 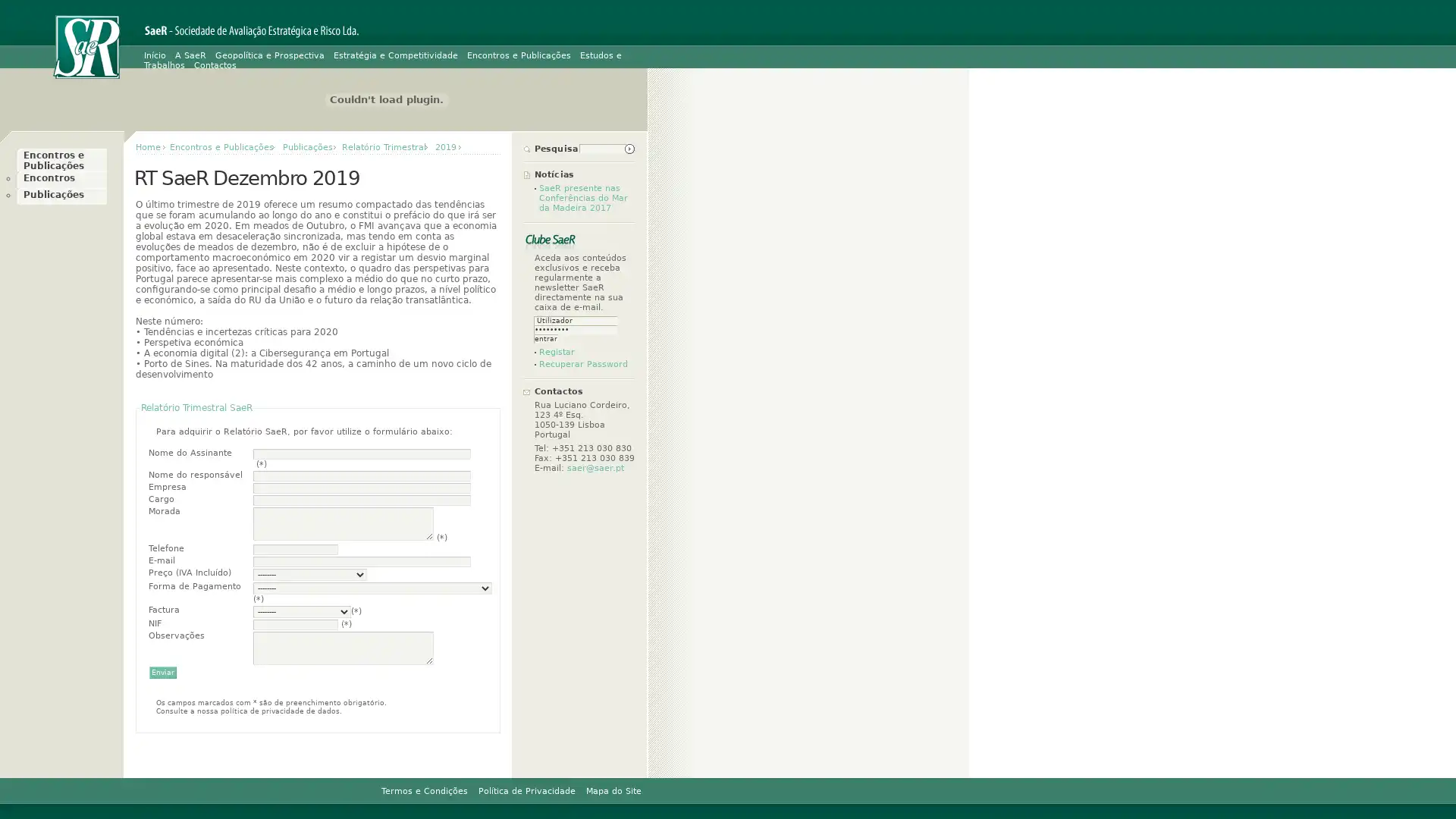 What do you see at coordinates (546, 338) in the screenshot?
I see `entrar` at bounding box center [546, 338].